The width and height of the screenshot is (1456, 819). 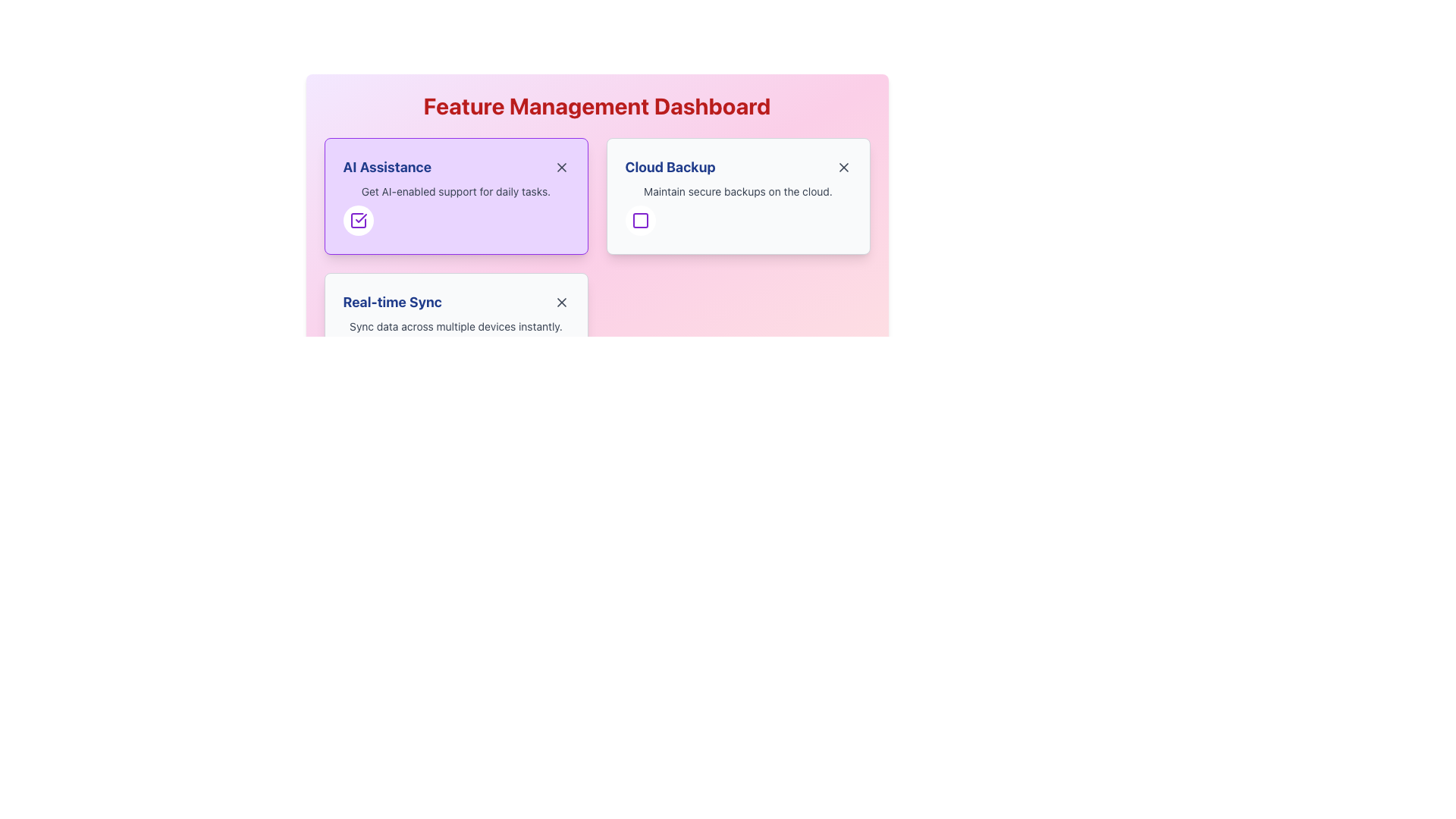 What do you see at coordinates (560, 302) in the screenshot?
I see `the cross icon located in the top right corner of the 'Real-time Sync' panel` at bounding box center [560, 302].